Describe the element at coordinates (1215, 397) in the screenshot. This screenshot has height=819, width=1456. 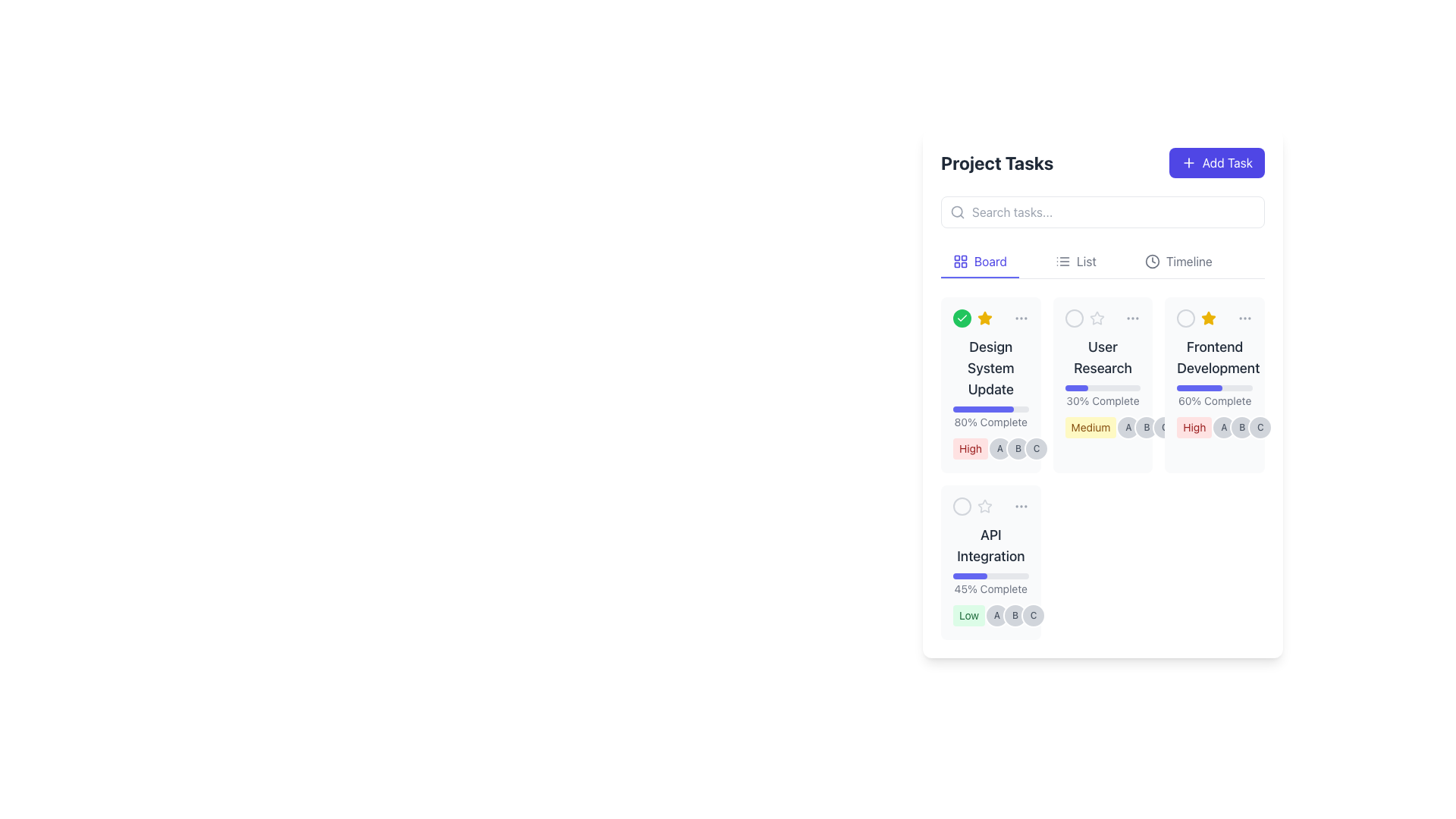
I see `the label displaying '60% Complete', located beneath the purple progress bar in the 'Frontend Development' card, which is the second card from the top in the rightmost column of cards` at that location.